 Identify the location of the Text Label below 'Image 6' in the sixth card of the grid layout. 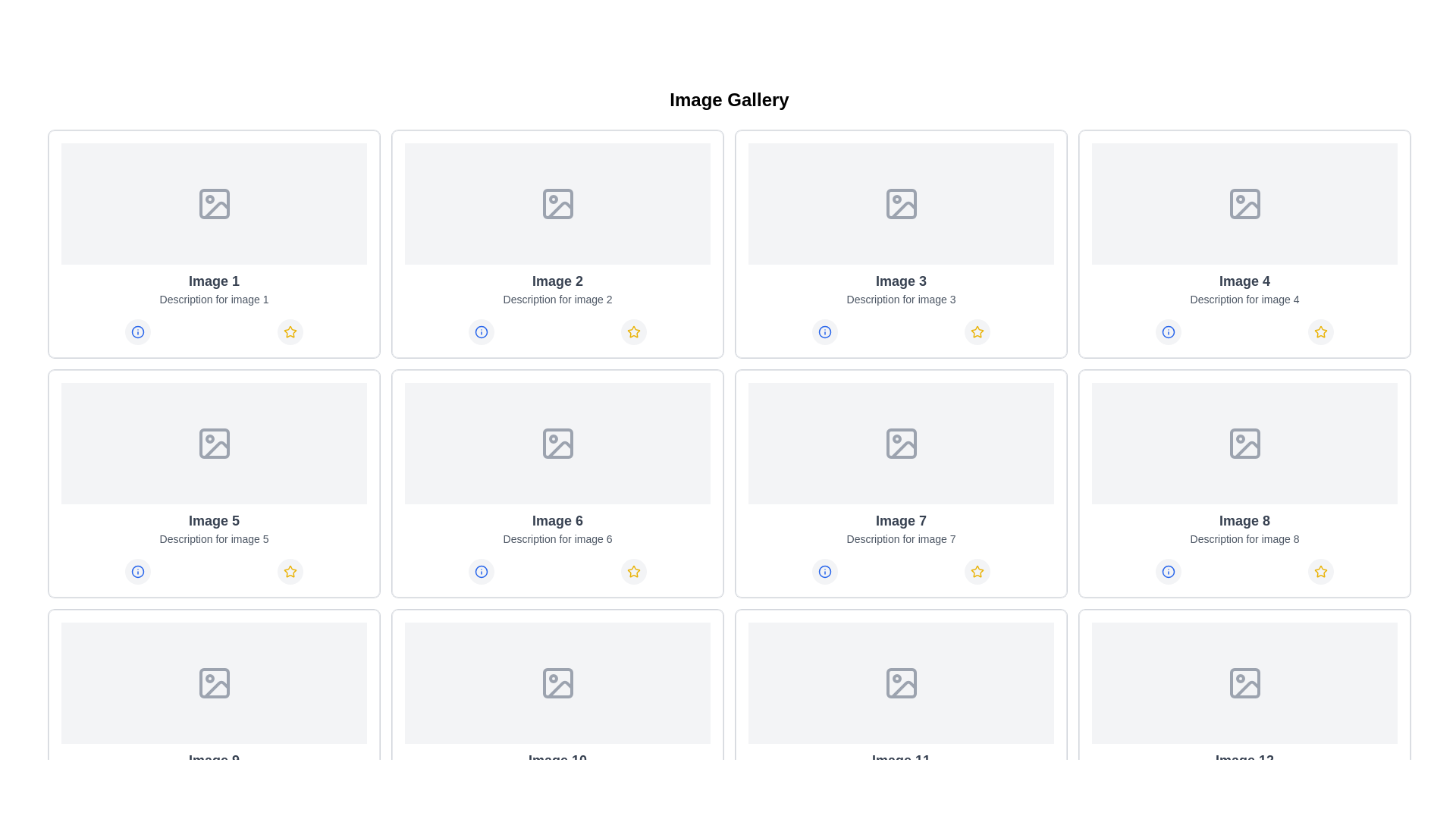
(557, 538).